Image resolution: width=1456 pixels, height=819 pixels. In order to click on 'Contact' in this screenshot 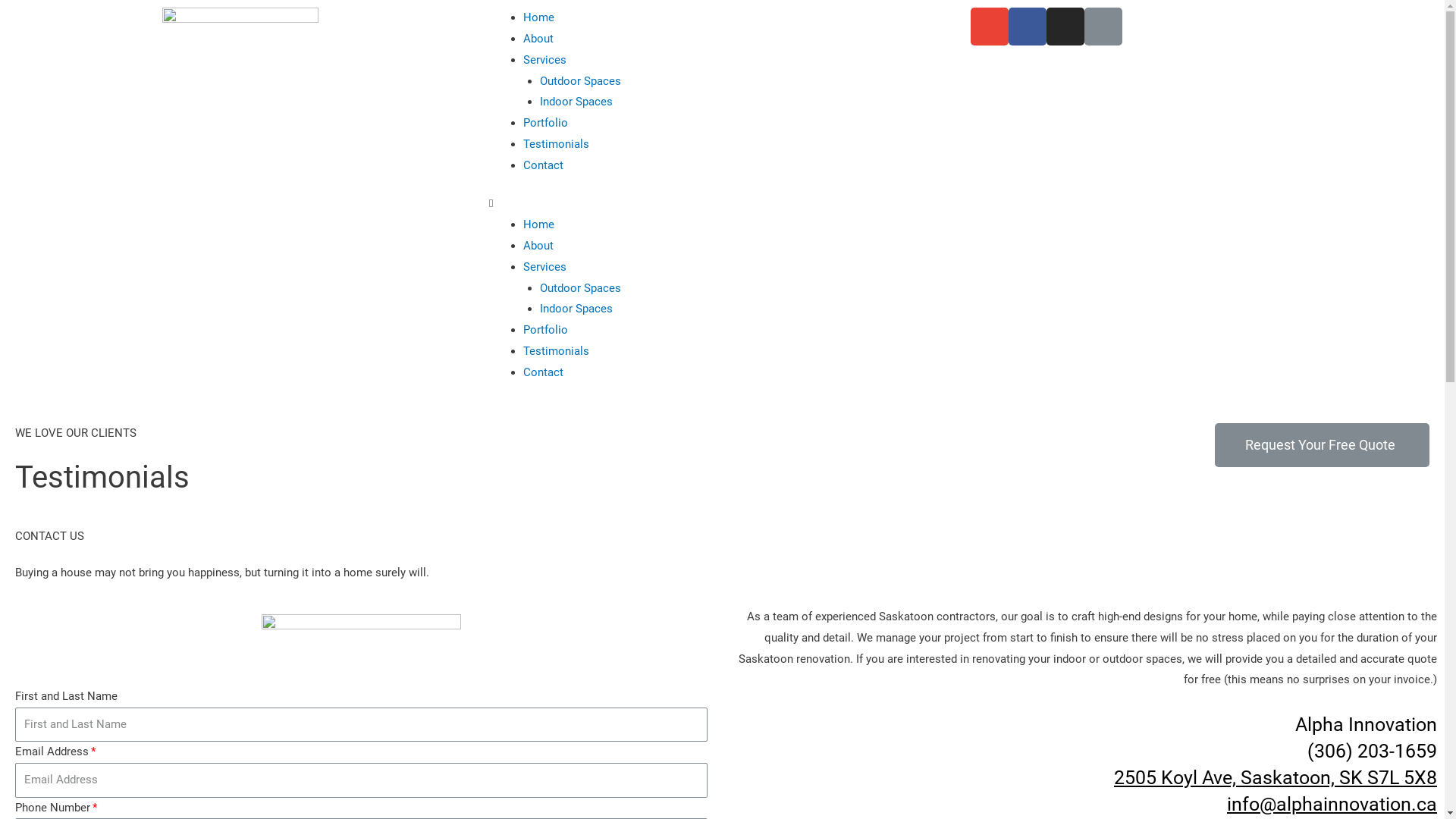, I will do `click(543, 165)`.